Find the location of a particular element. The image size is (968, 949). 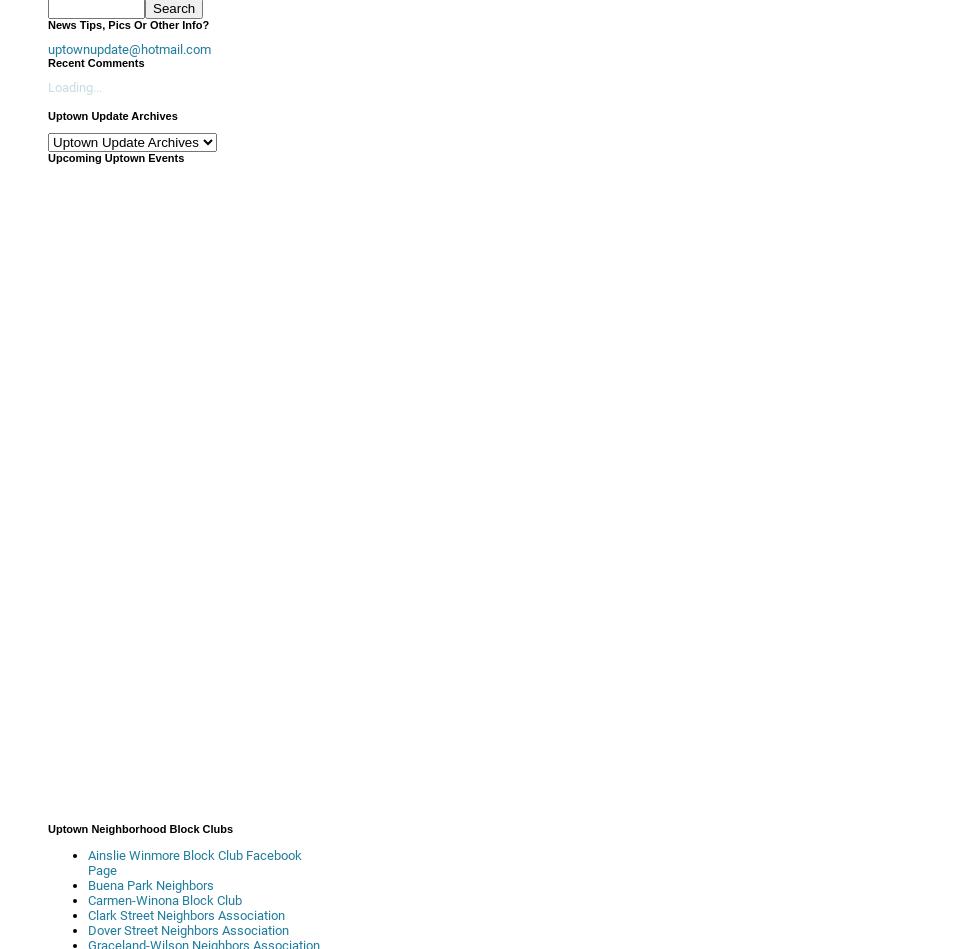

'Uptown Update Archives' is located at coordinates (112, 115).